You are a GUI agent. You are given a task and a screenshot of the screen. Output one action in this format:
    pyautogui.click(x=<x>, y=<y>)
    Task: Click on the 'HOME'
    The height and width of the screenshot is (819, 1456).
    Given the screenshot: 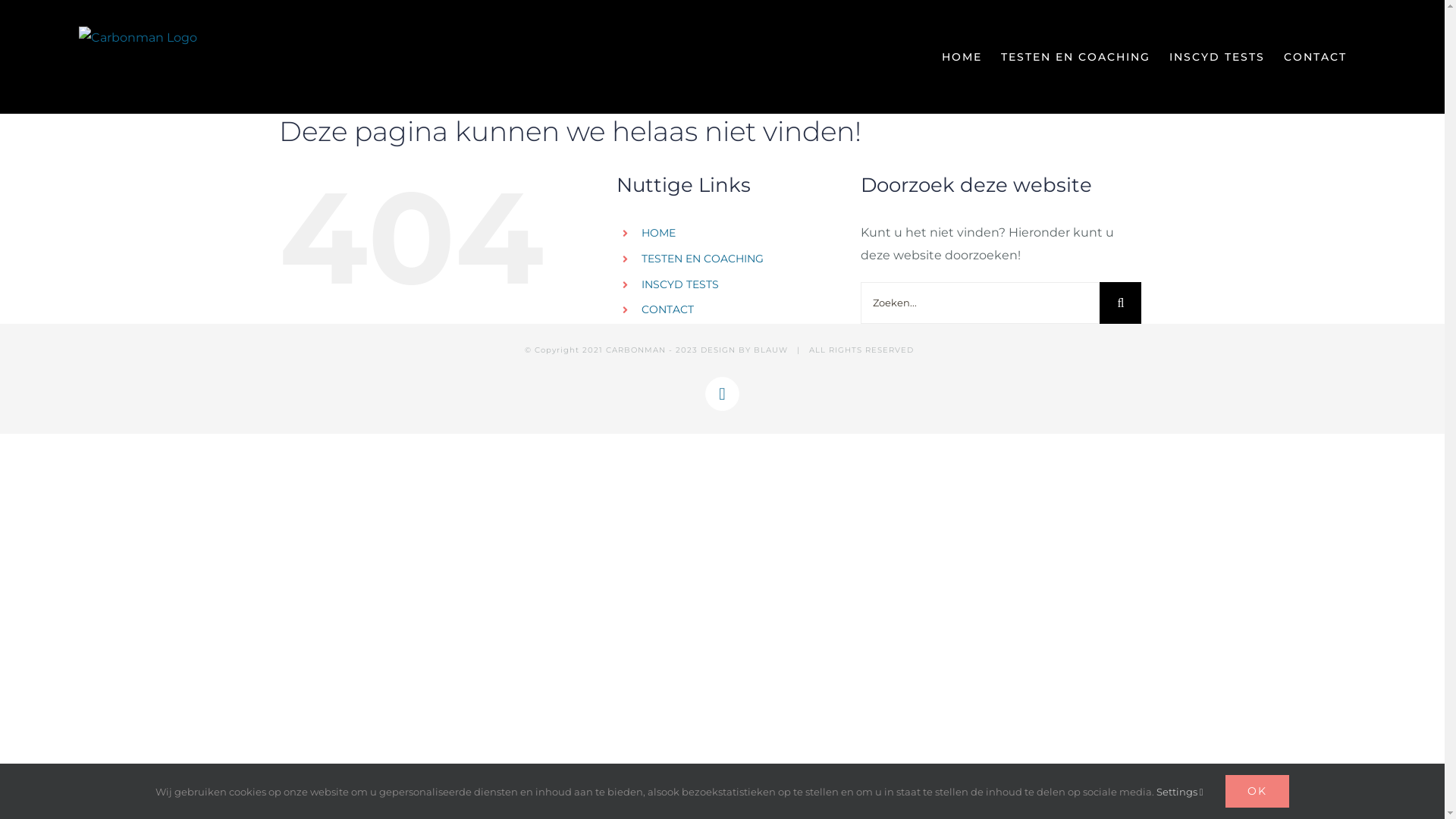 What is the action you would take?
    pyautogui.click(x=961, y=55)
    